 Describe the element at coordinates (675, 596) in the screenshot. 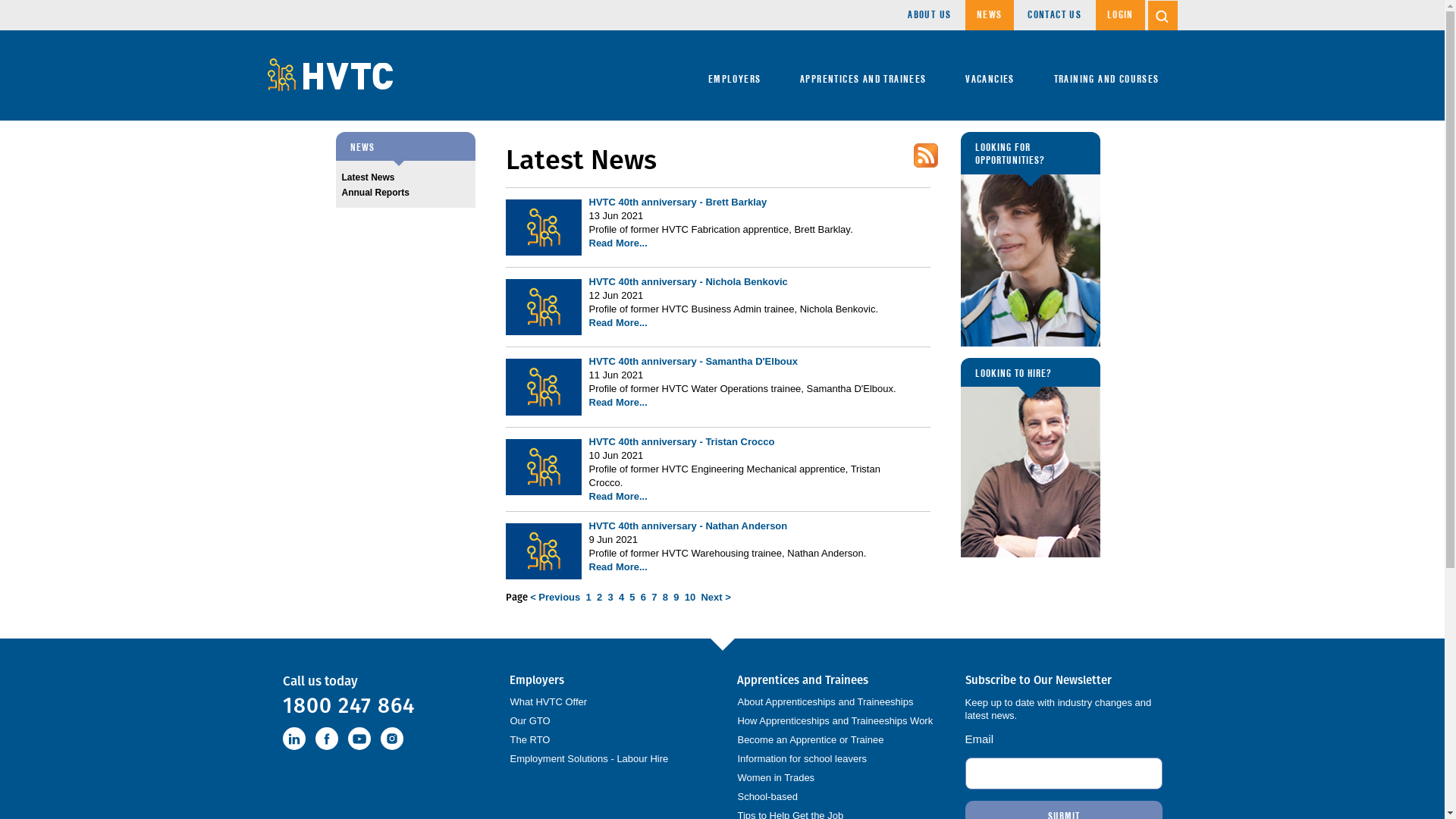

I see `'9'` at that location.